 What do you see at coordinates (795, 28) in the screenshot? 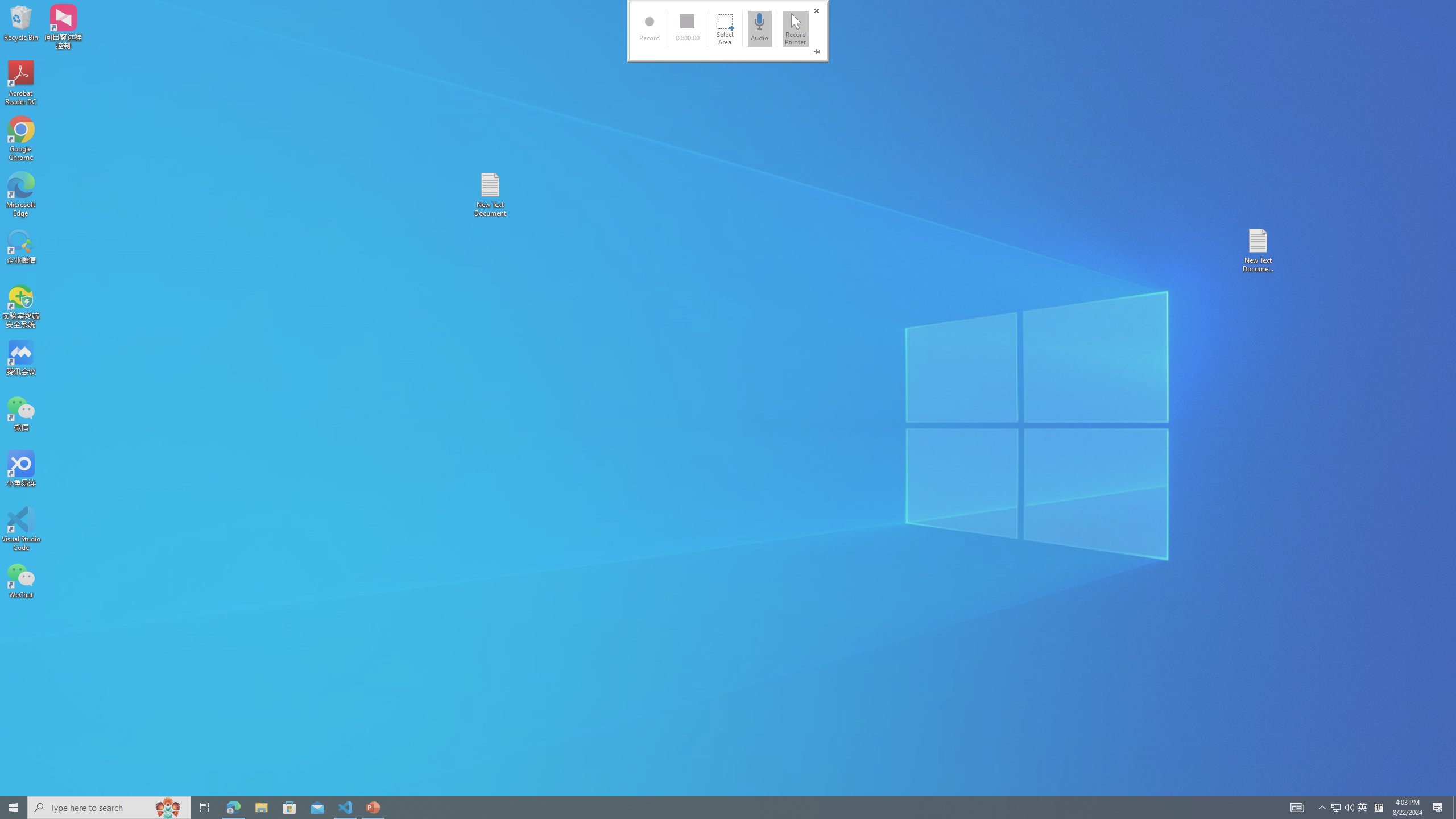
I see `'Record Pointer'` at bounding box center [795, 28].